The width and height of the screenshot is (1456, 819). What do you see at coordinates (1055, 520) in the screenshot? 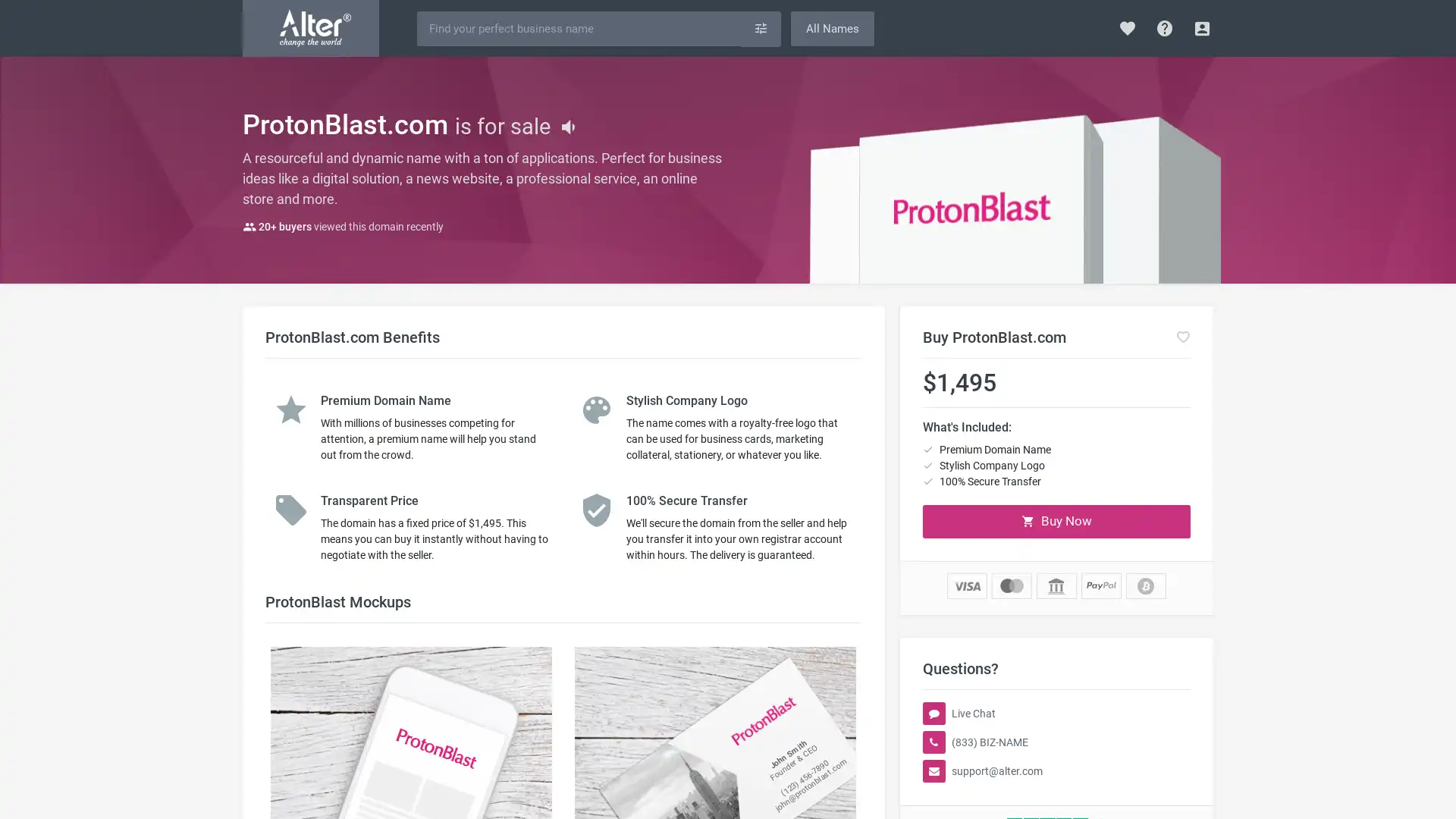
I see `Buy Now` at bounding box center [1055, 520].